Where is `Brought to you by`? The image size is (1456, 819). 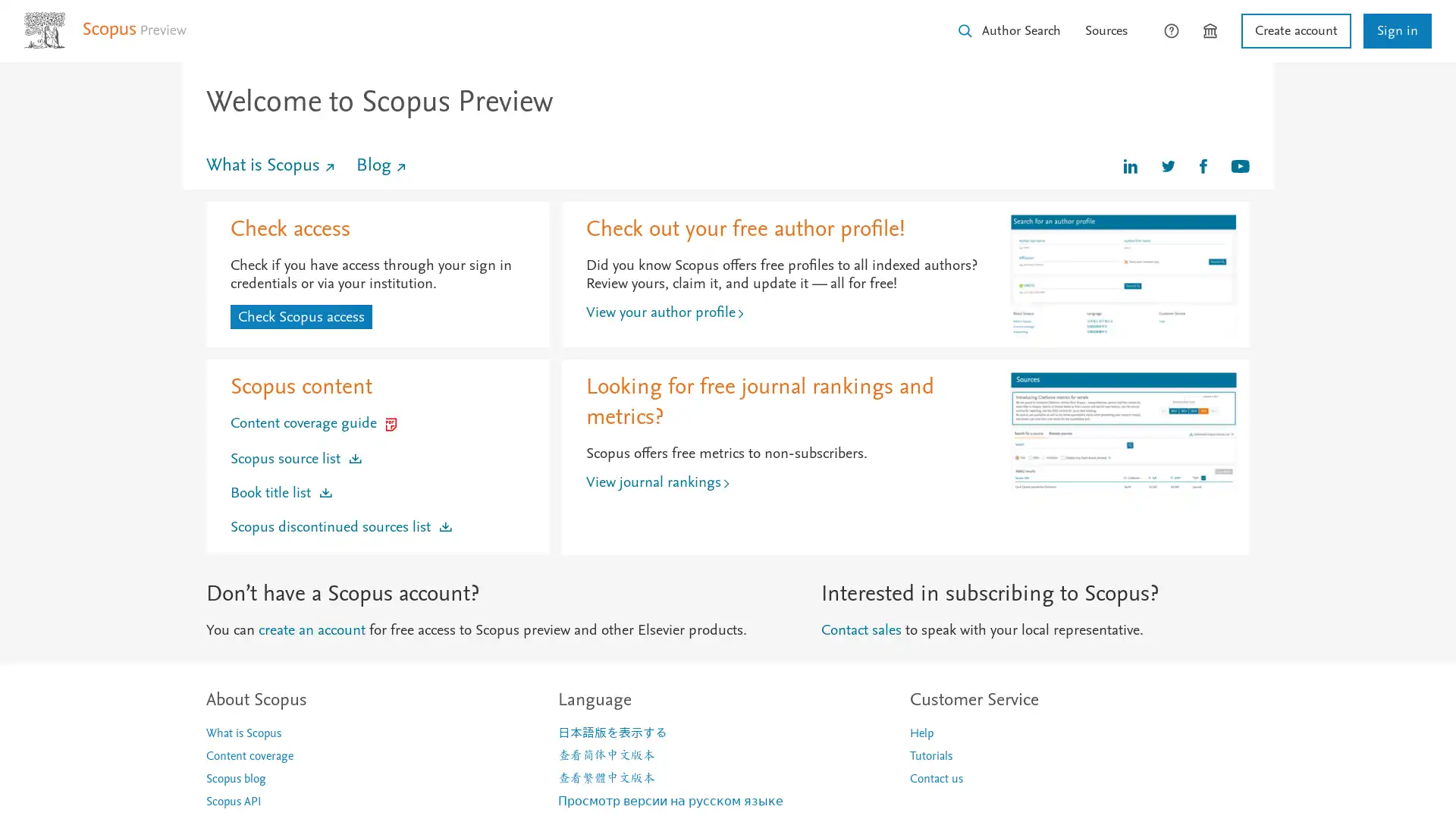 Brought to you by is located at coordinates (1209, 31).